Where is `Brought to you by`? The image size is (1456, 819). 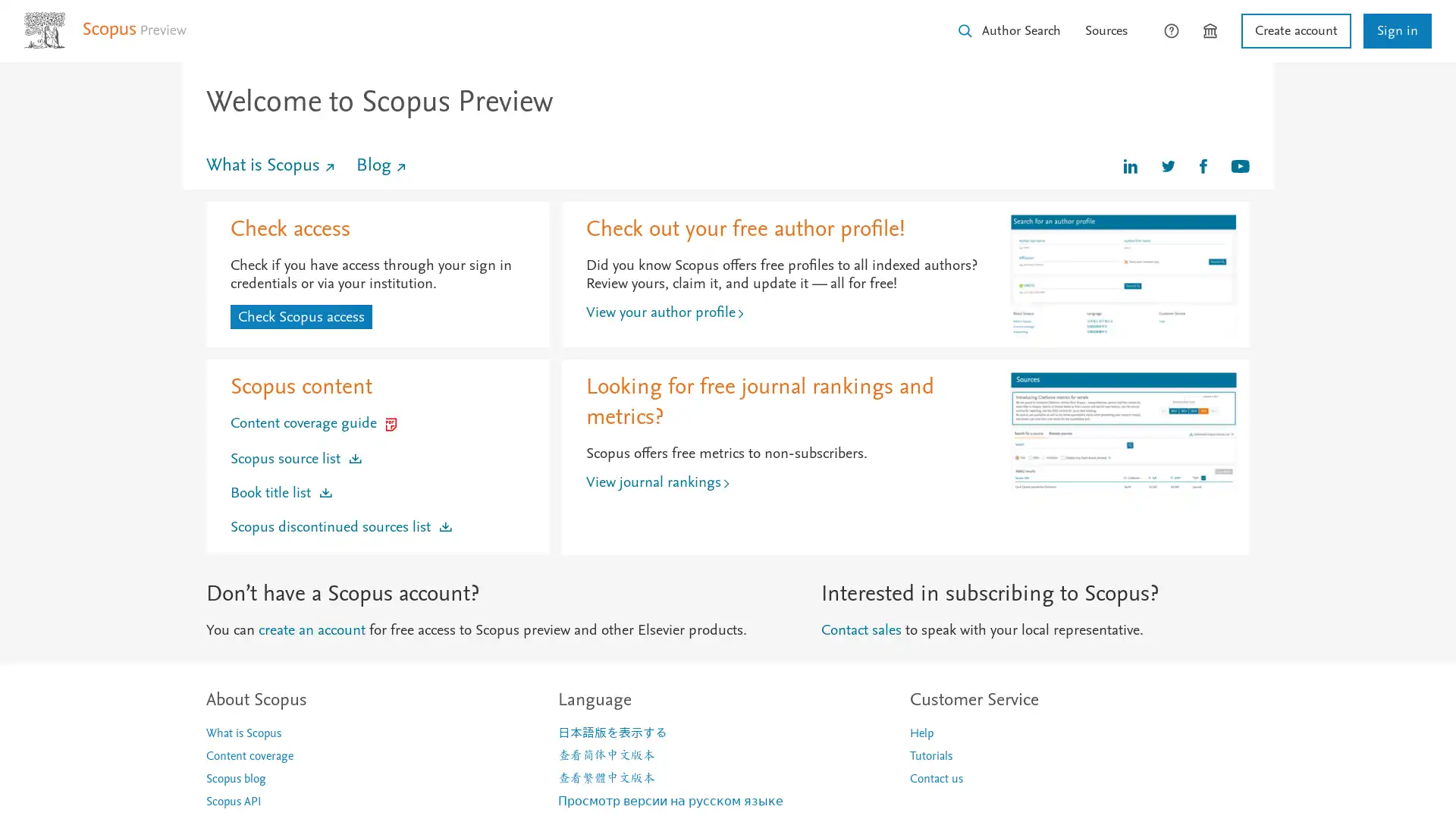 Brought to you by is located at coordinates (1209, 31).